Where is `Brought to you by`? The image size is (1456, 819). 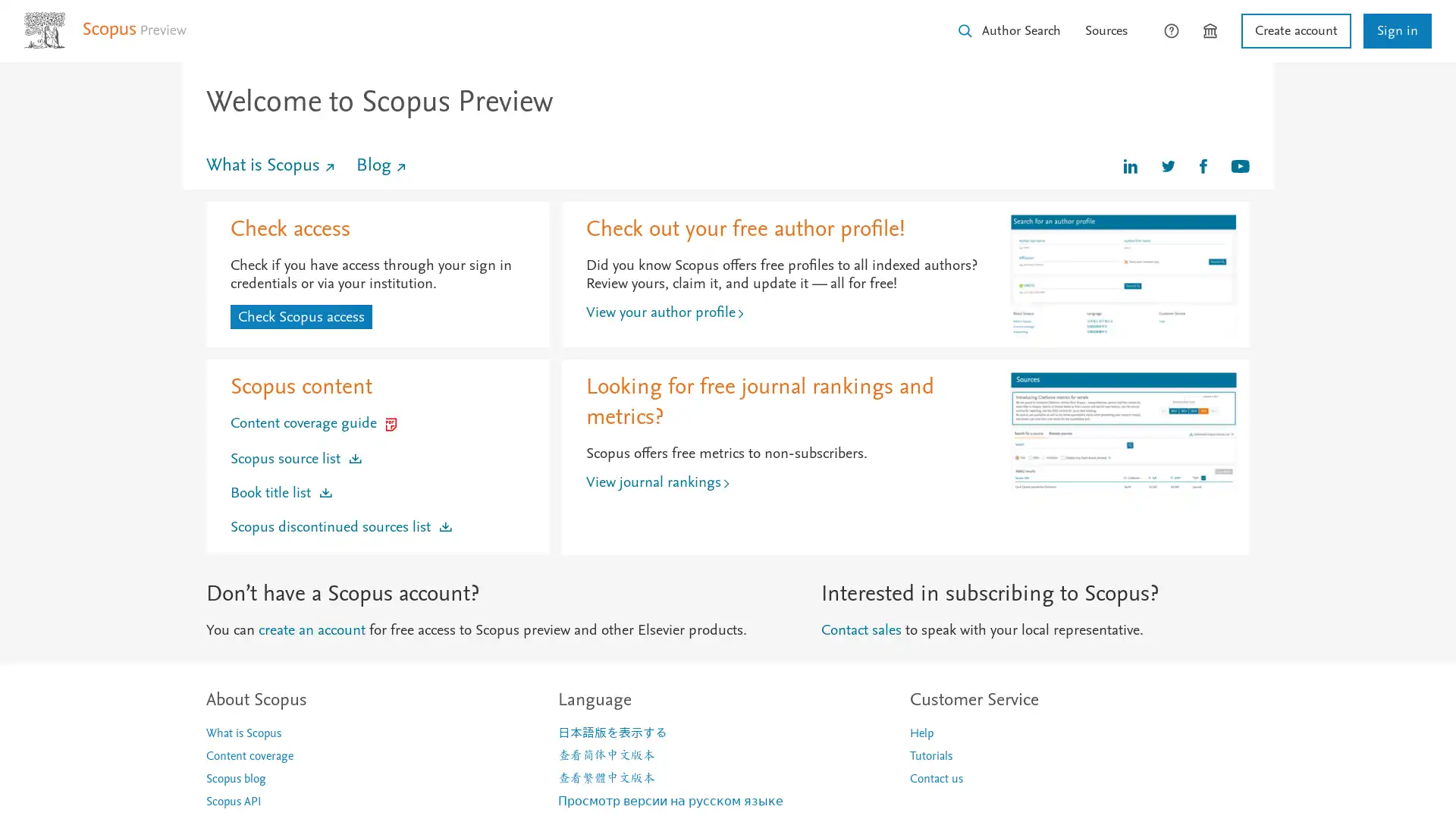 Brought to you by is located at coordinates (1209, 31).